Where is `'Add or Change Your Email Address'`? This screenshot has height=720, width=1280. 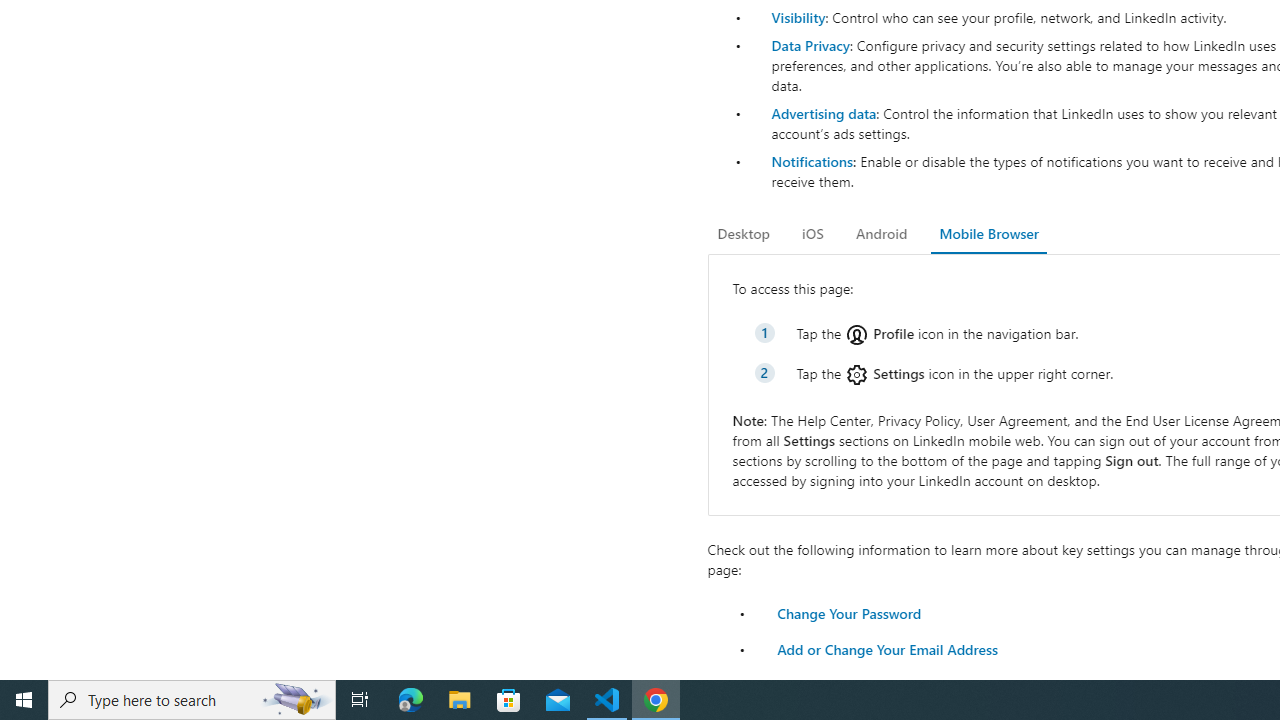 'Add or Change Your Email Address' is located at coordinates (886, 649).